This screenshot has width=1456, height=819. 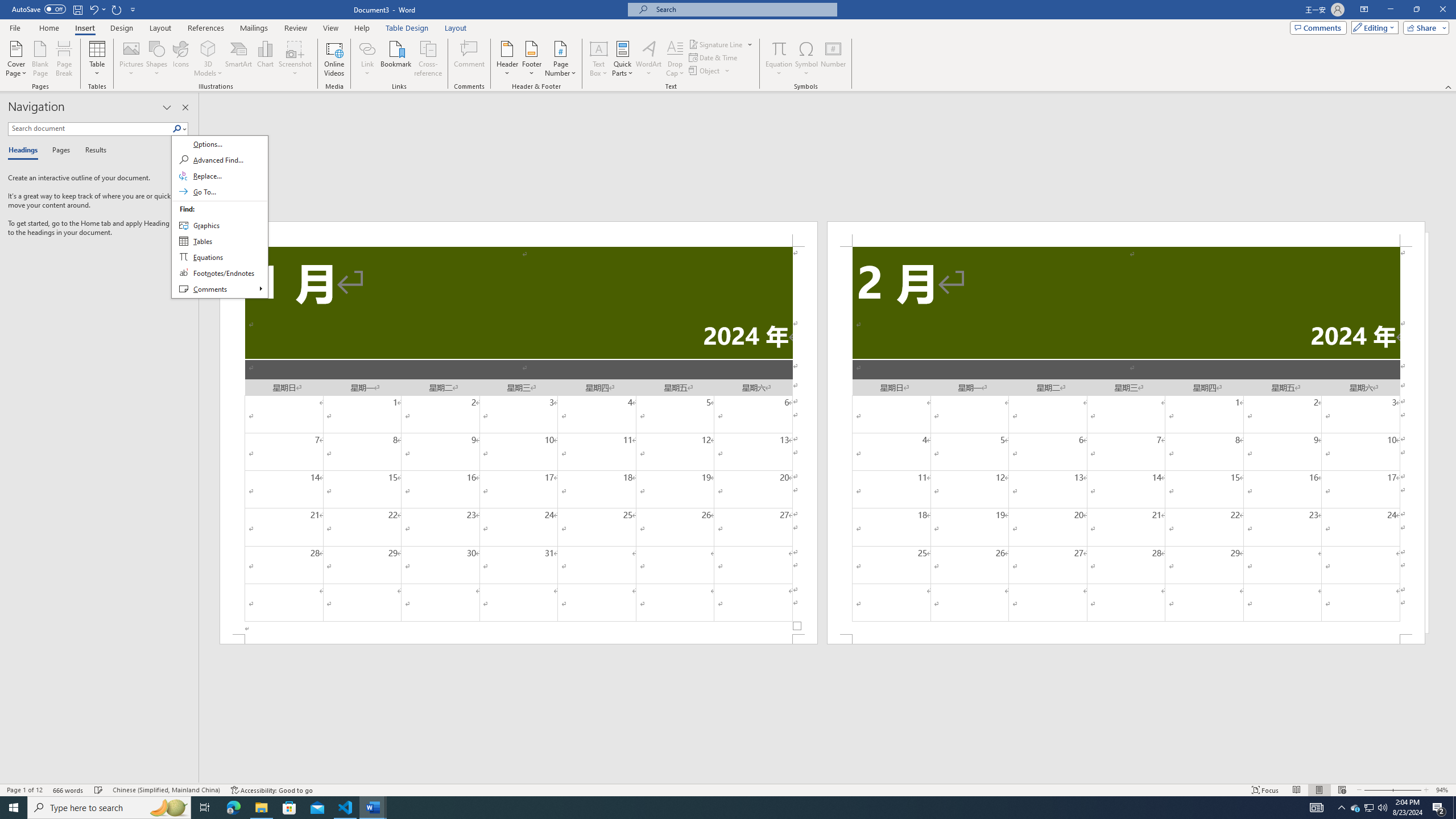 What do you see at coordinates (367, 48) in the screenshot?
I see `'Link'` at bounding box center [367, 48].